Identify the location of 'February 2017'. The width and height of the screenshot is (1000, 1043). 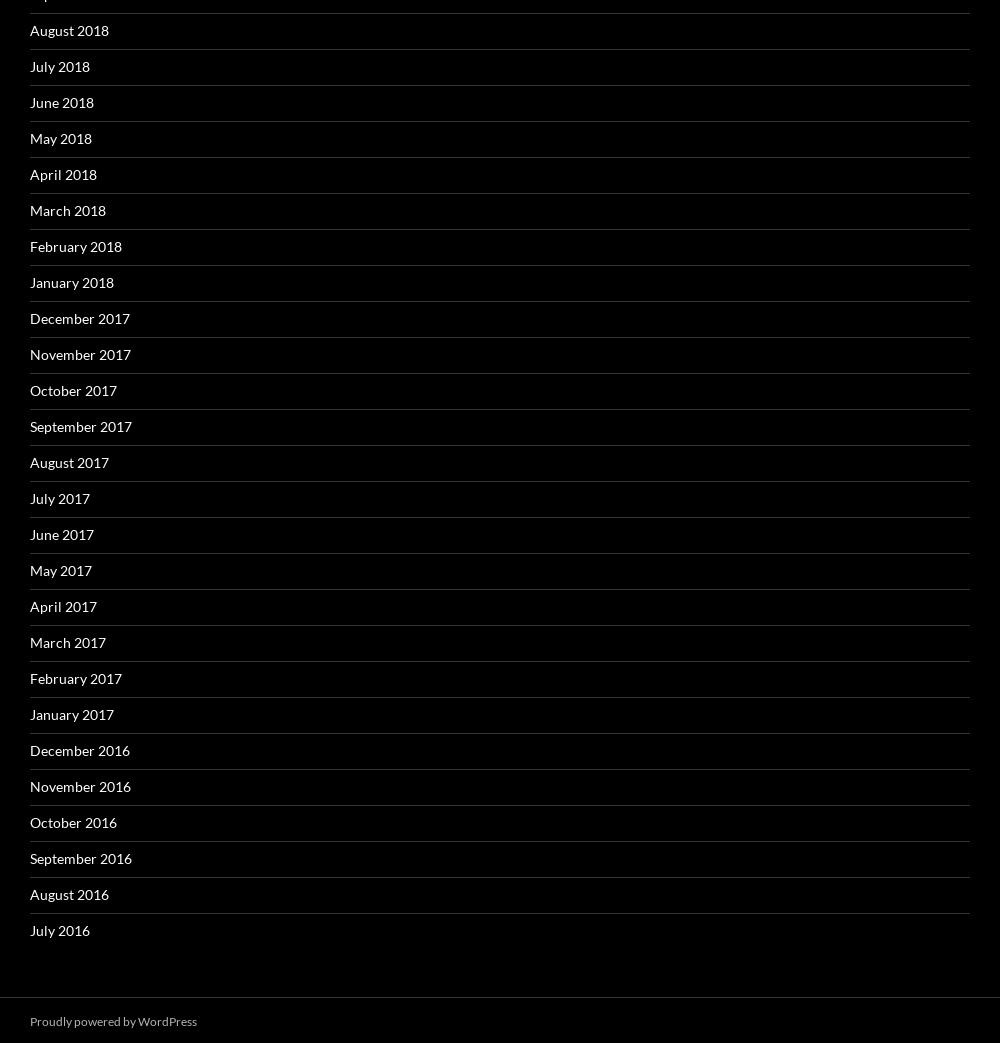
(75, 678).